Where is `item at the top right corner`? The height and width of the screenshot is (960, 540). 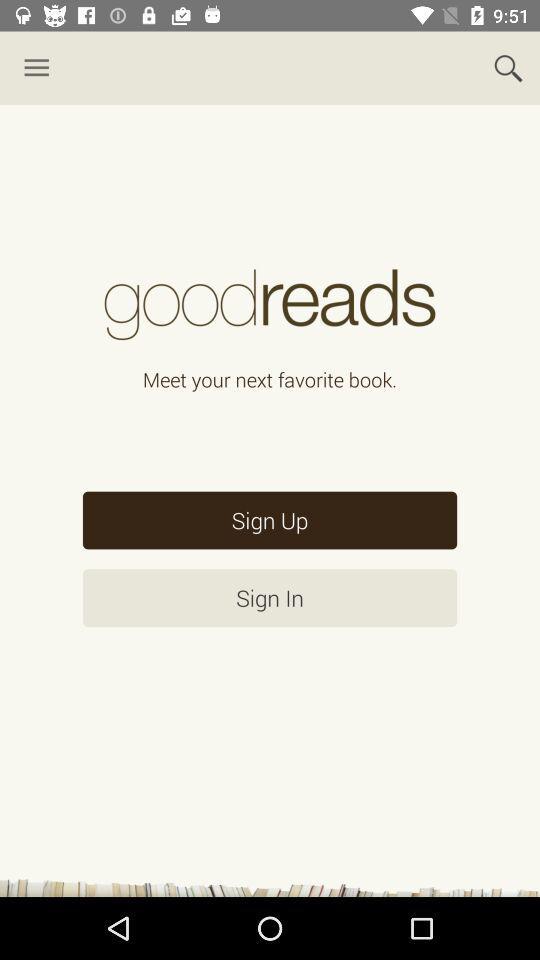
item at the top right corner is located at coordinates (508, 68).